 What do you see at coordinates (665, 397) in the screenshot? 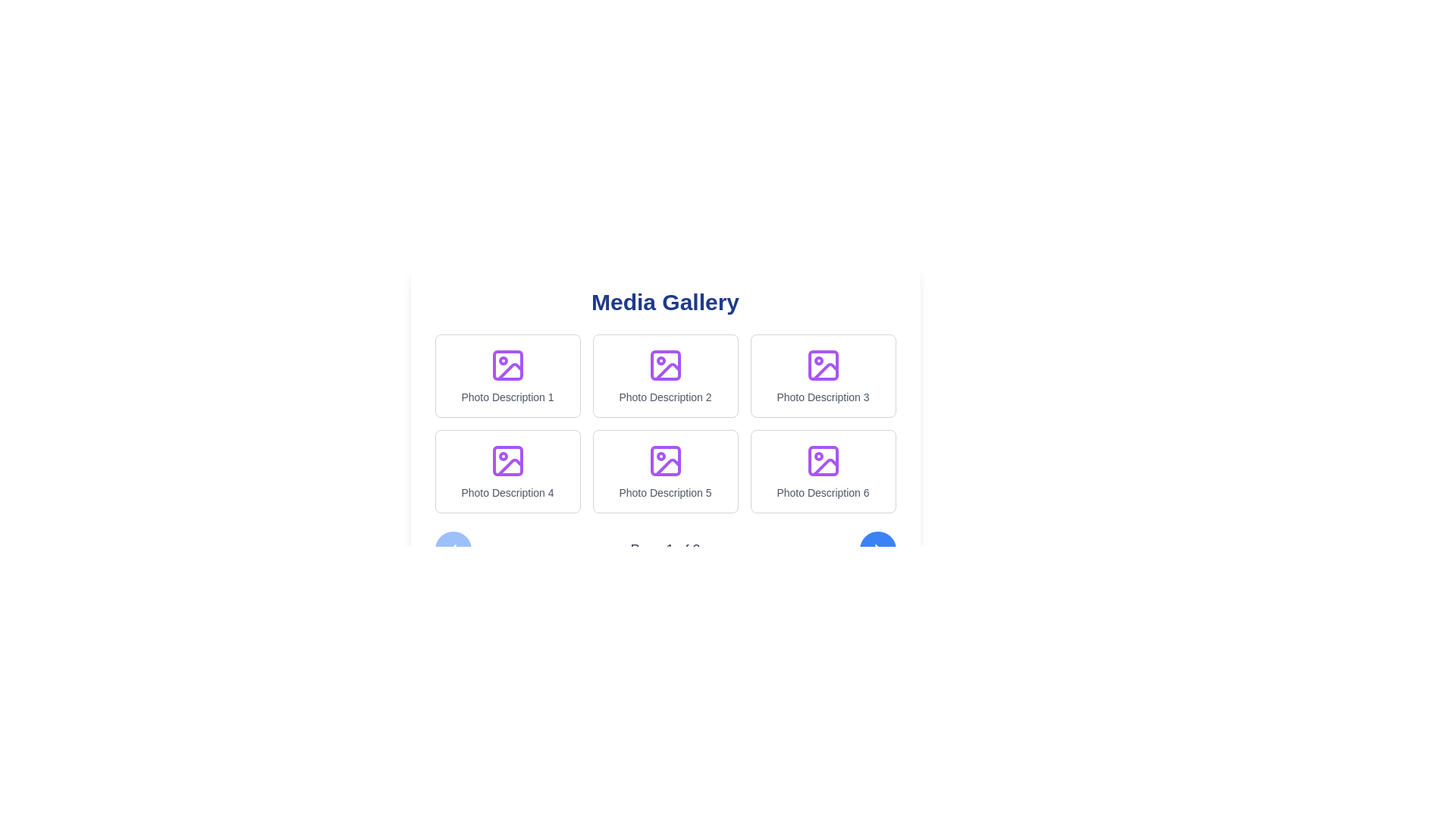
I see `the Static text label displaying 'Photo Description 2' which is located in the second card of the upper row in a 3x2 grid layout` at bounding box center [665, 397].